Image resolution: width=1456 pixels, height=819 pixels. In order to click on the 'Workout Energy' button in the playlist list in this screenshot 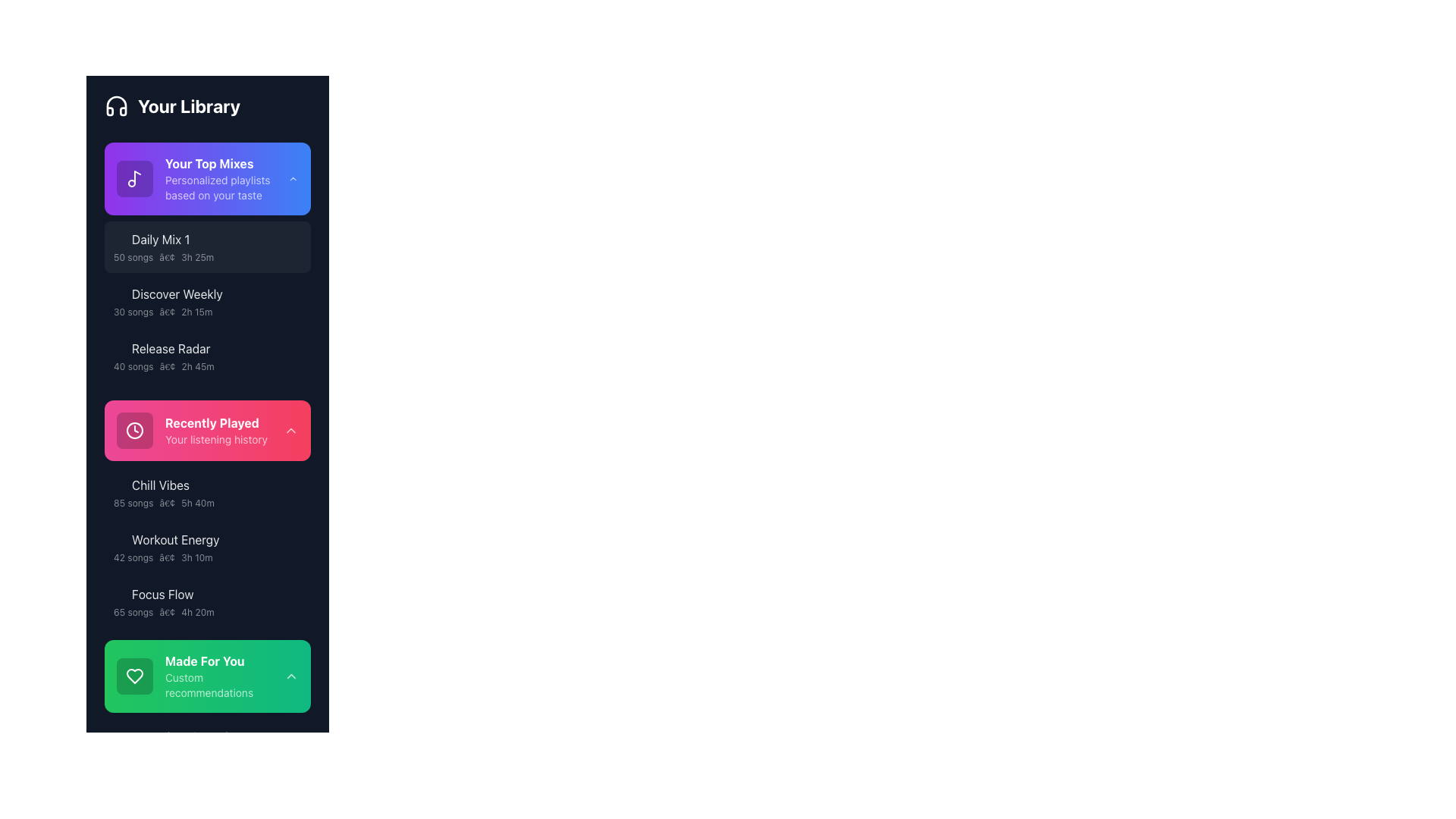, I will do `click(206, 547)`.